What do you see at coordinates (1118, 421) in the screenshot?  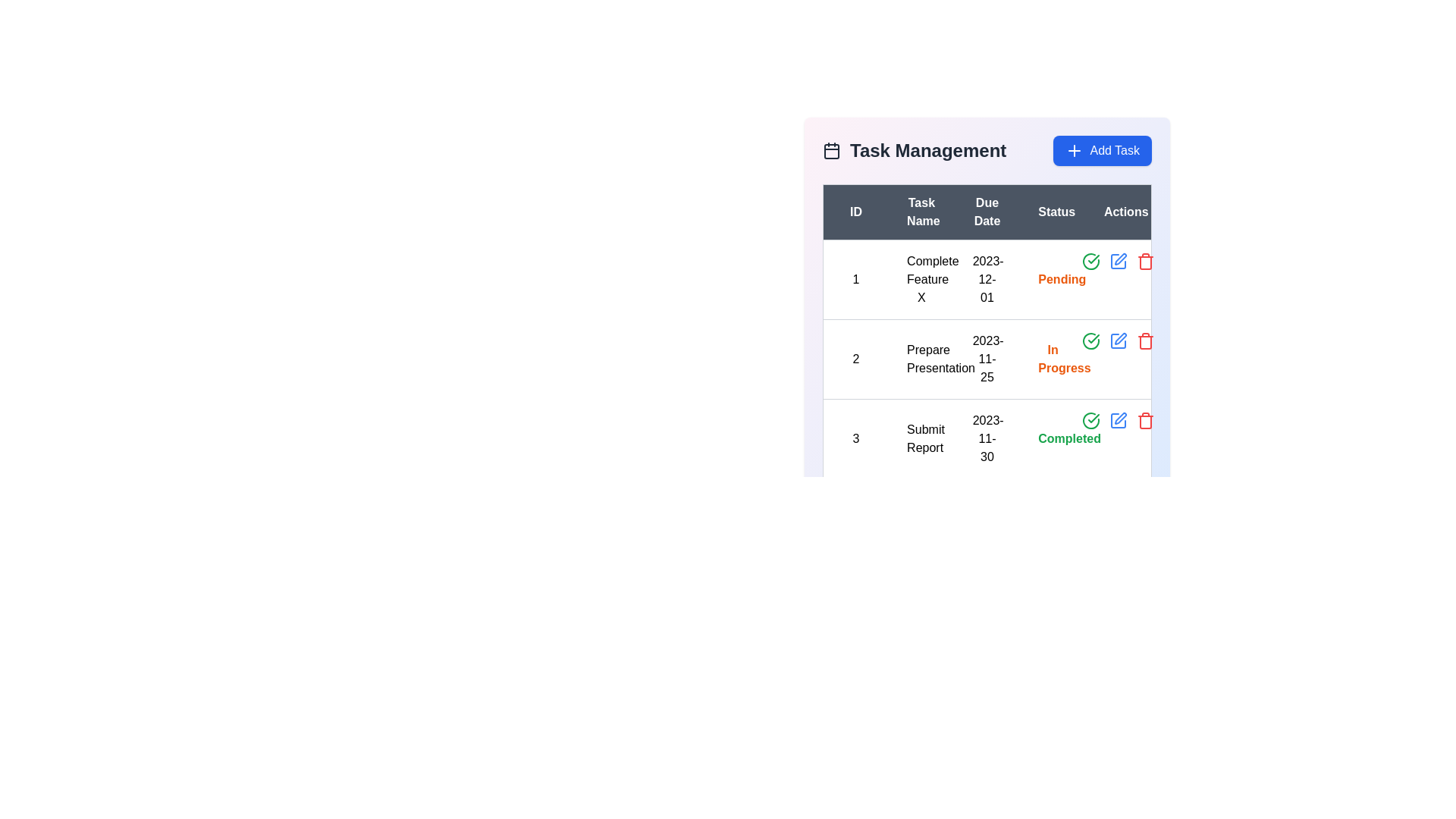 I see `the small blue outline icon resembling a pen or edit symbol in the 'Actions' column for task ID 3, titled 'Submit Report'` at bounding box center [1118, 421].